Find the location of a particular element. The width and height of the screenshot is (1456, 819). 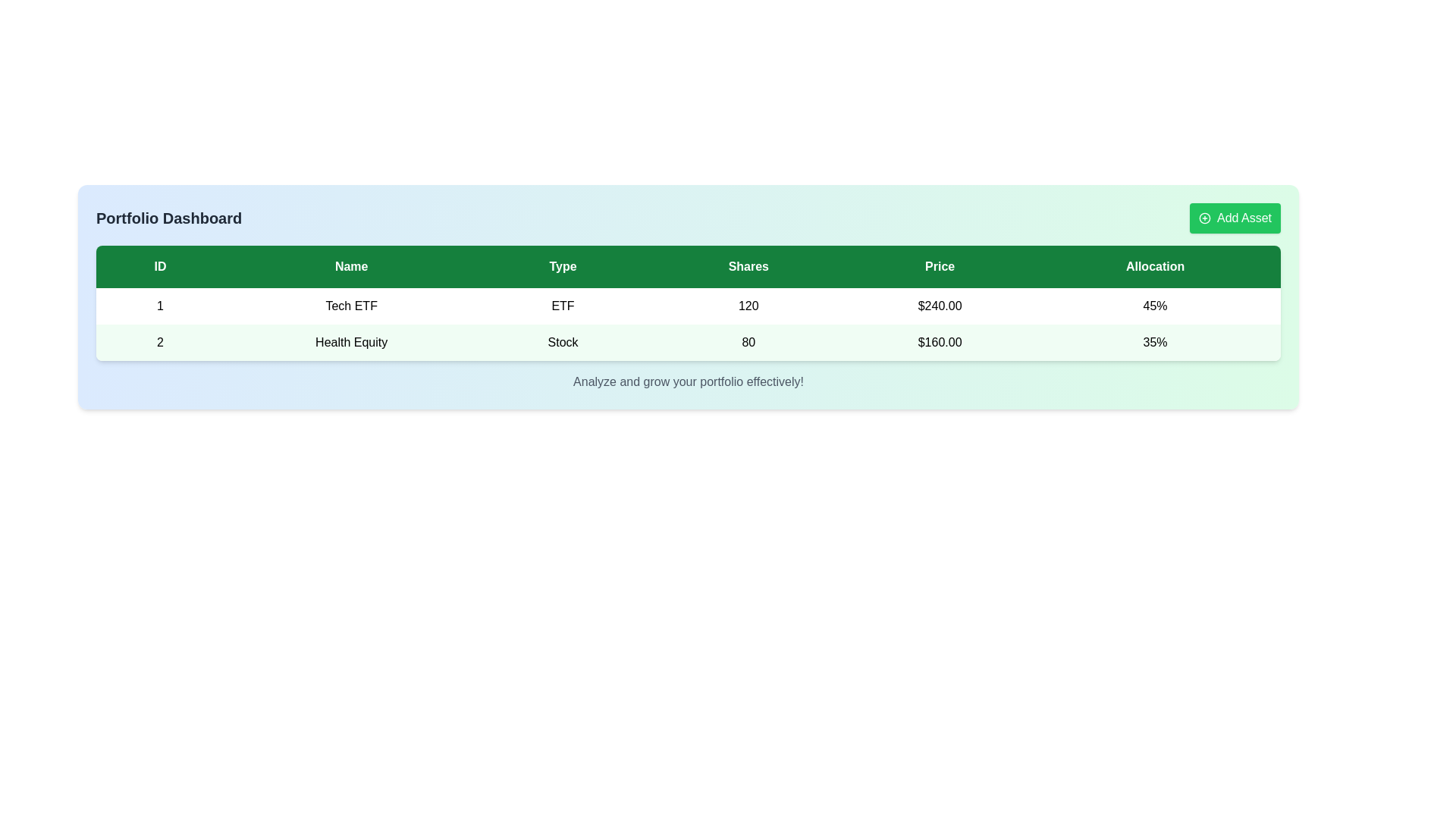

identifier displayed in the light green table cell that contains the numeral '2', located in the first column of the second row in the dashboard table is located at coordinates (160, 342).